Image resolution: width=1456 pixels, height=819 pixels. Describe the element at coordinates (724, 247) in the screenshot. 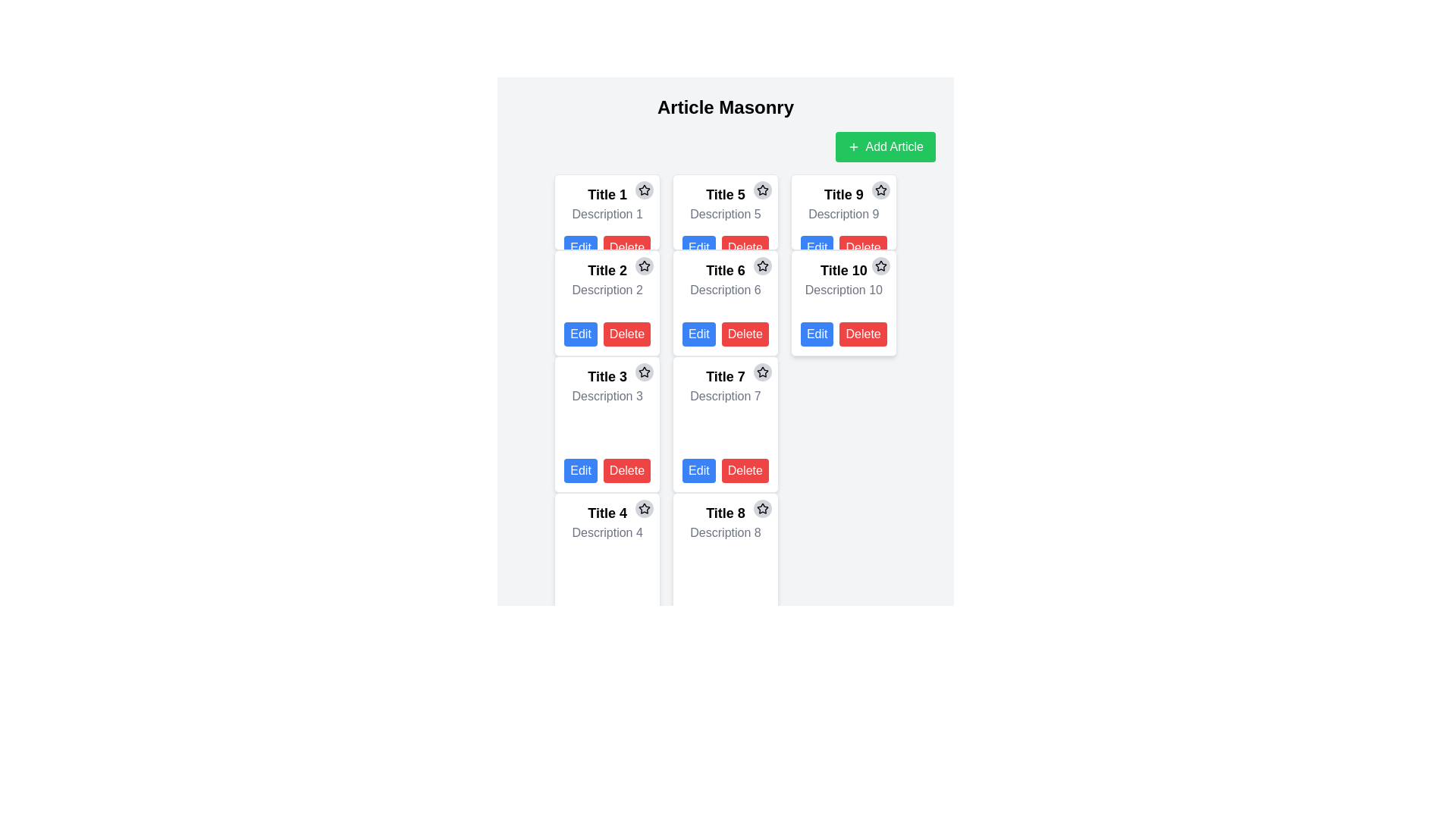

I see `the 'Delete' button in the Horizontal button group located at the bottom of the card titled 'Title 5' to initiate deletion` at that location.